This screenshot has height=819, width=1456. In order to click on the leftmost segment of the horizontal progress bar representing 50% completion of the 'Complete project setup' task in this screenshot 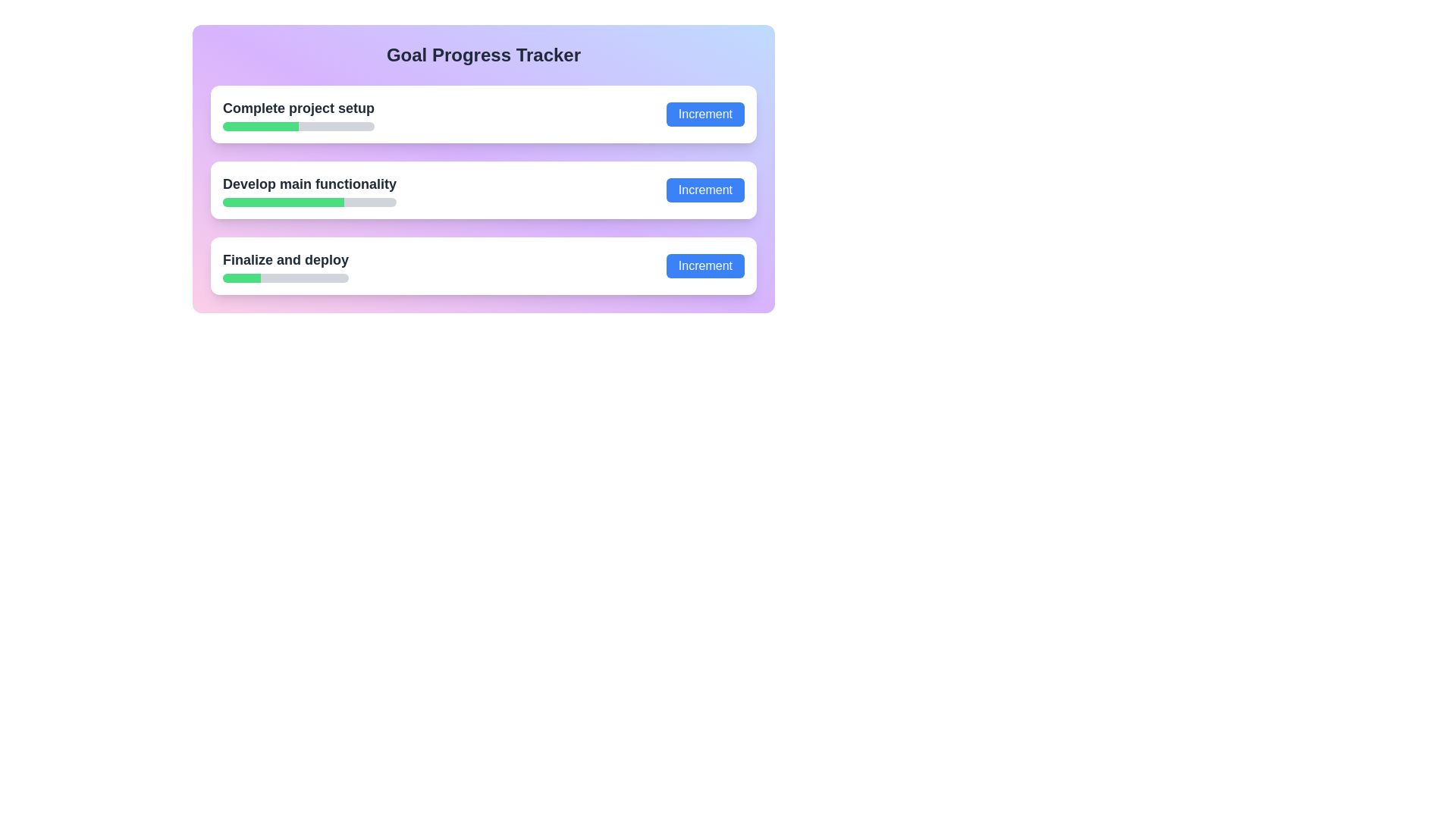, I will do `click(261, 125)`.